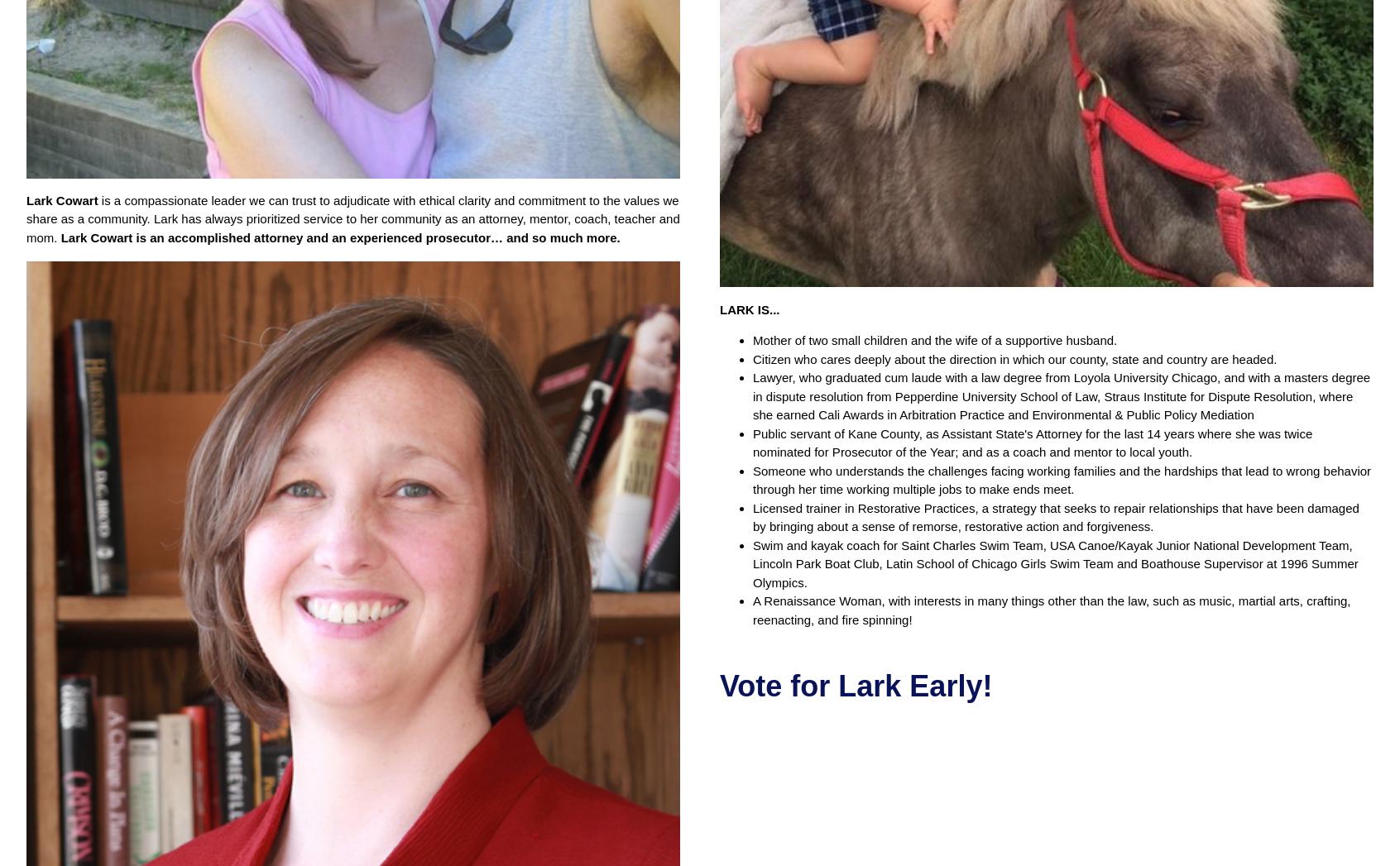 The width and height of the screenshot is (1400, 866). I want to click on 'Swim and kayak coach for Saint Charles Swim Team, USA Canoe/Kayak Junior National Development Team, Lincoln Park Boat Club, Latin School of Chicago Girls Swim Team and Boathouse Supervisor at 1996 Summer Olympics.', so click(1053, 562).